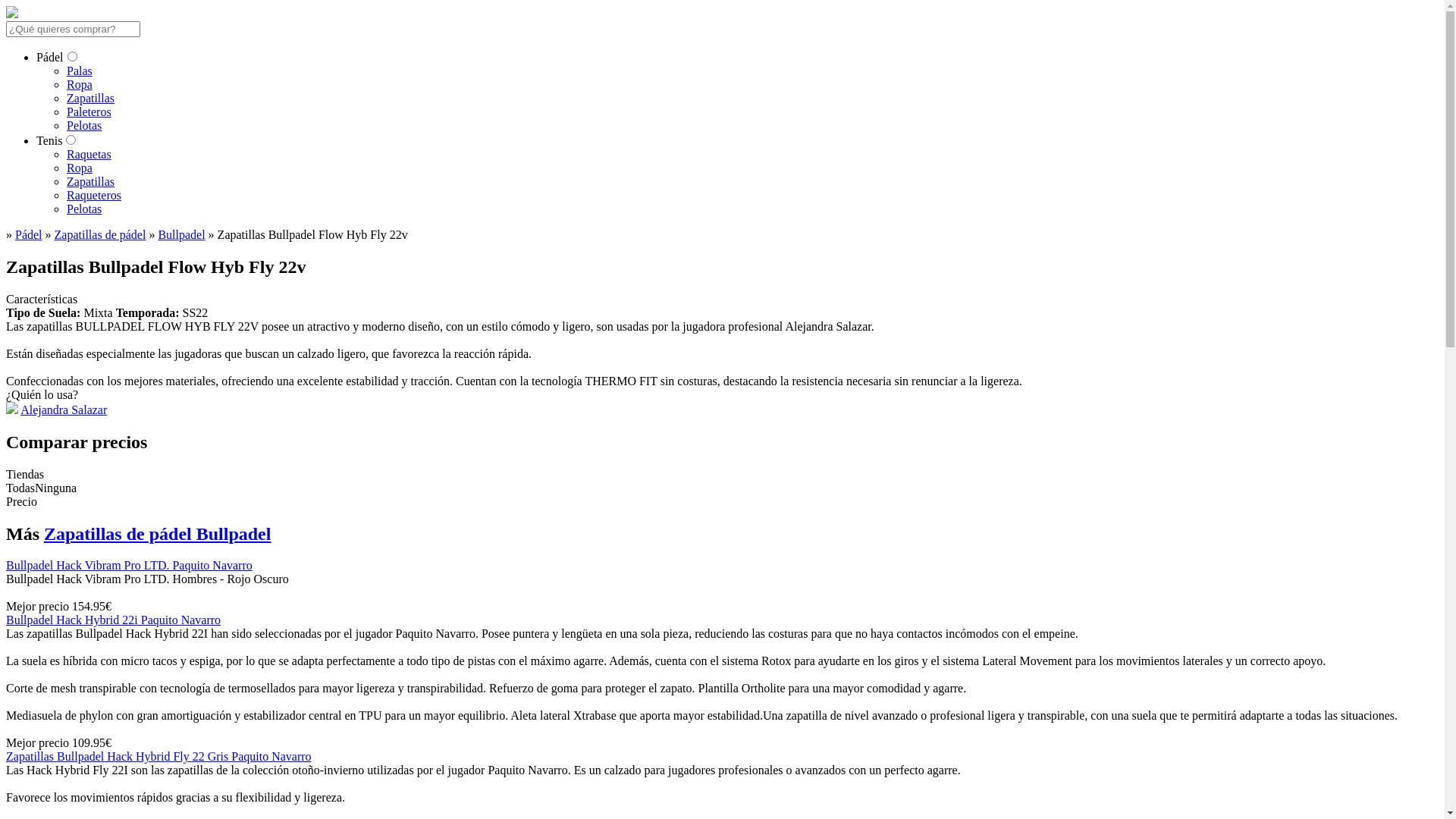 This screenshot has height=819, width=1456. I want to click on 'Zapatillas Bullpadel Hack Hybrid Fly 22 Gris Paquito Navarro', so click(158, 756).